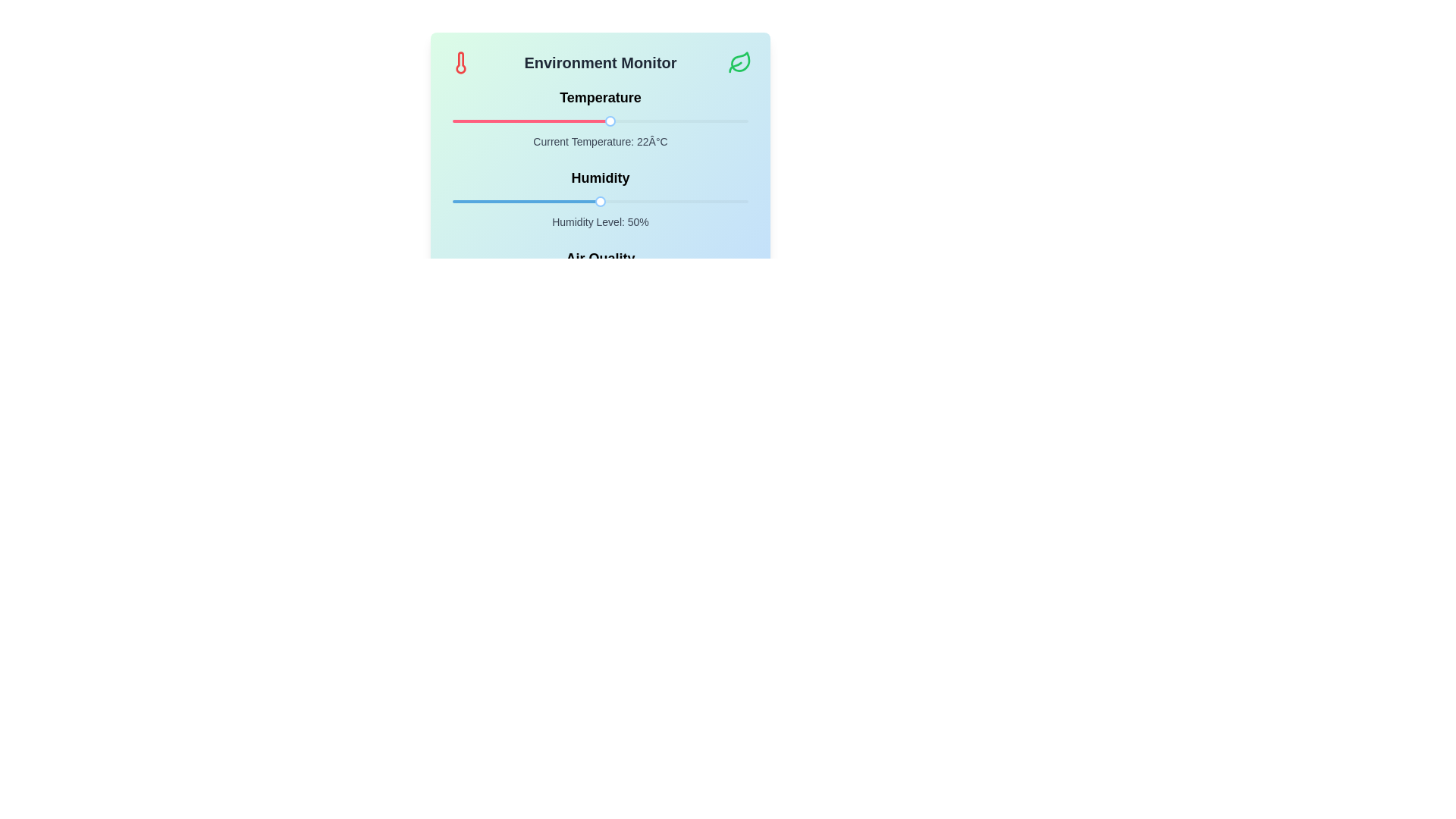  Describe the element at coordinates (715, 201) in the screenshot. I see `humidity` at that location.